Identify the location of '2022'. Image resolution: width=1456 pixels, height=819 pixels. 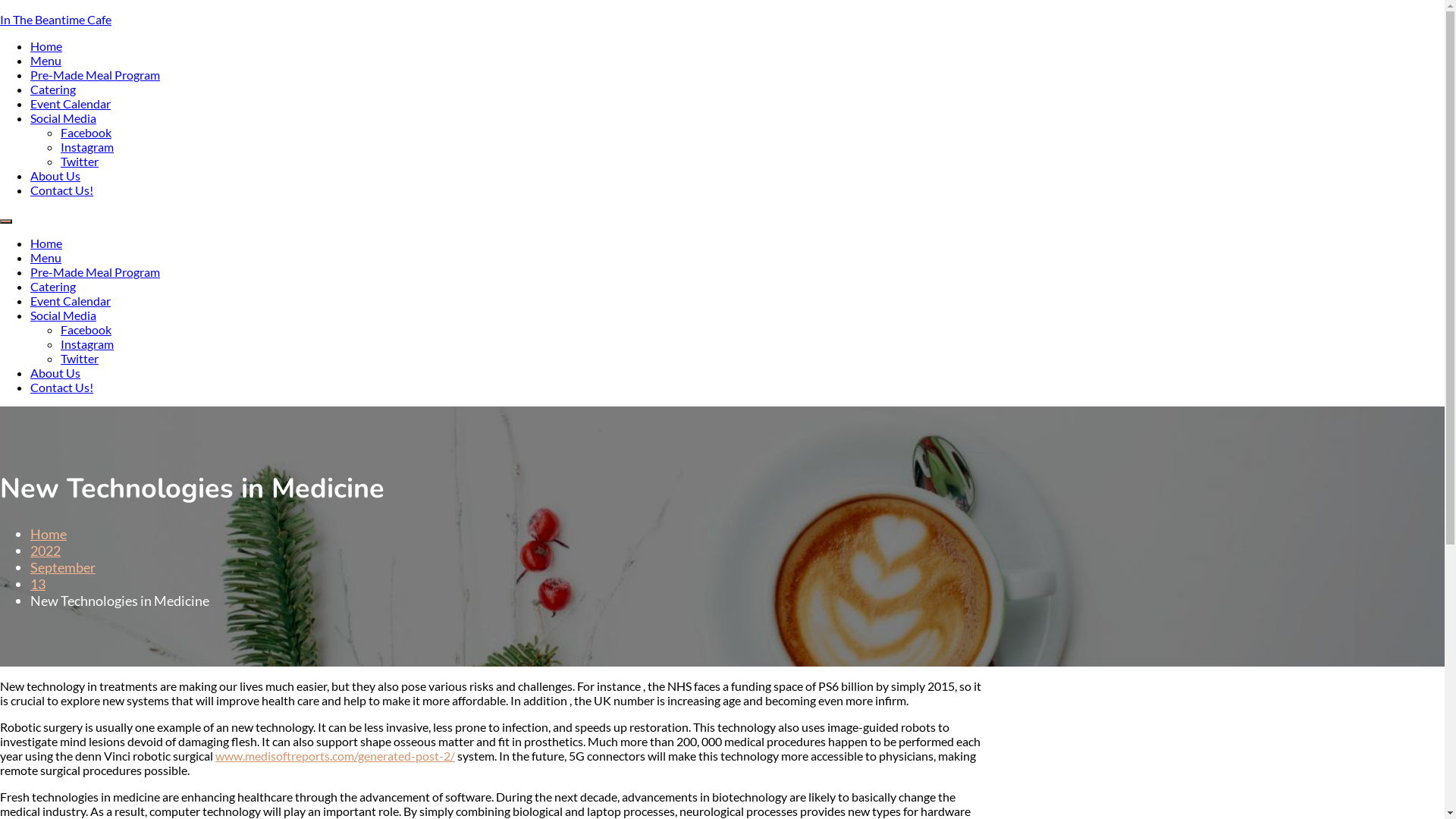
(45, 550).